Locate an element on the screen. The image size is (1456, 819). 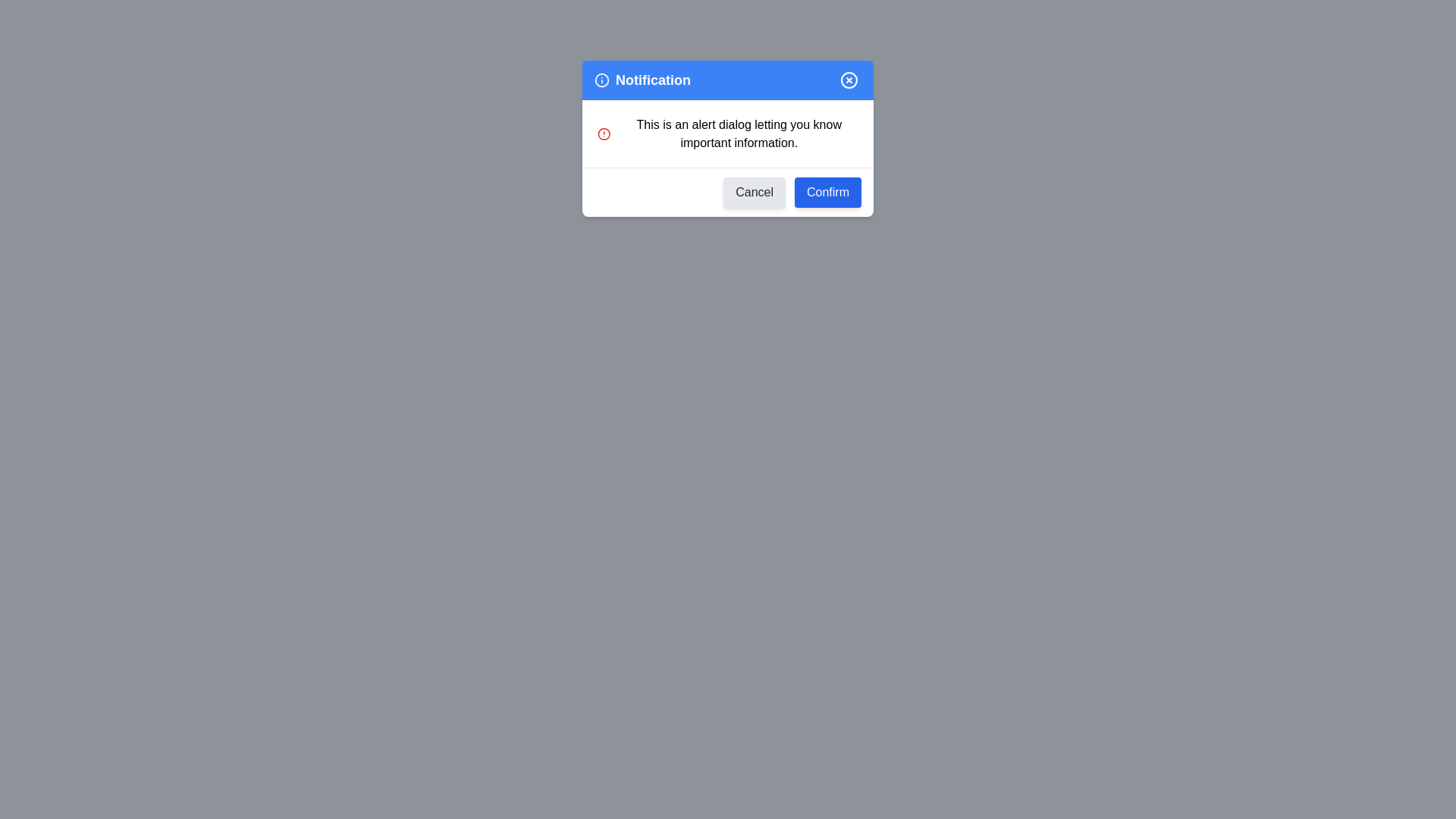
the close button area of the notification dialog box, which contains the SVG circle element is located at coordinates (848, 80).